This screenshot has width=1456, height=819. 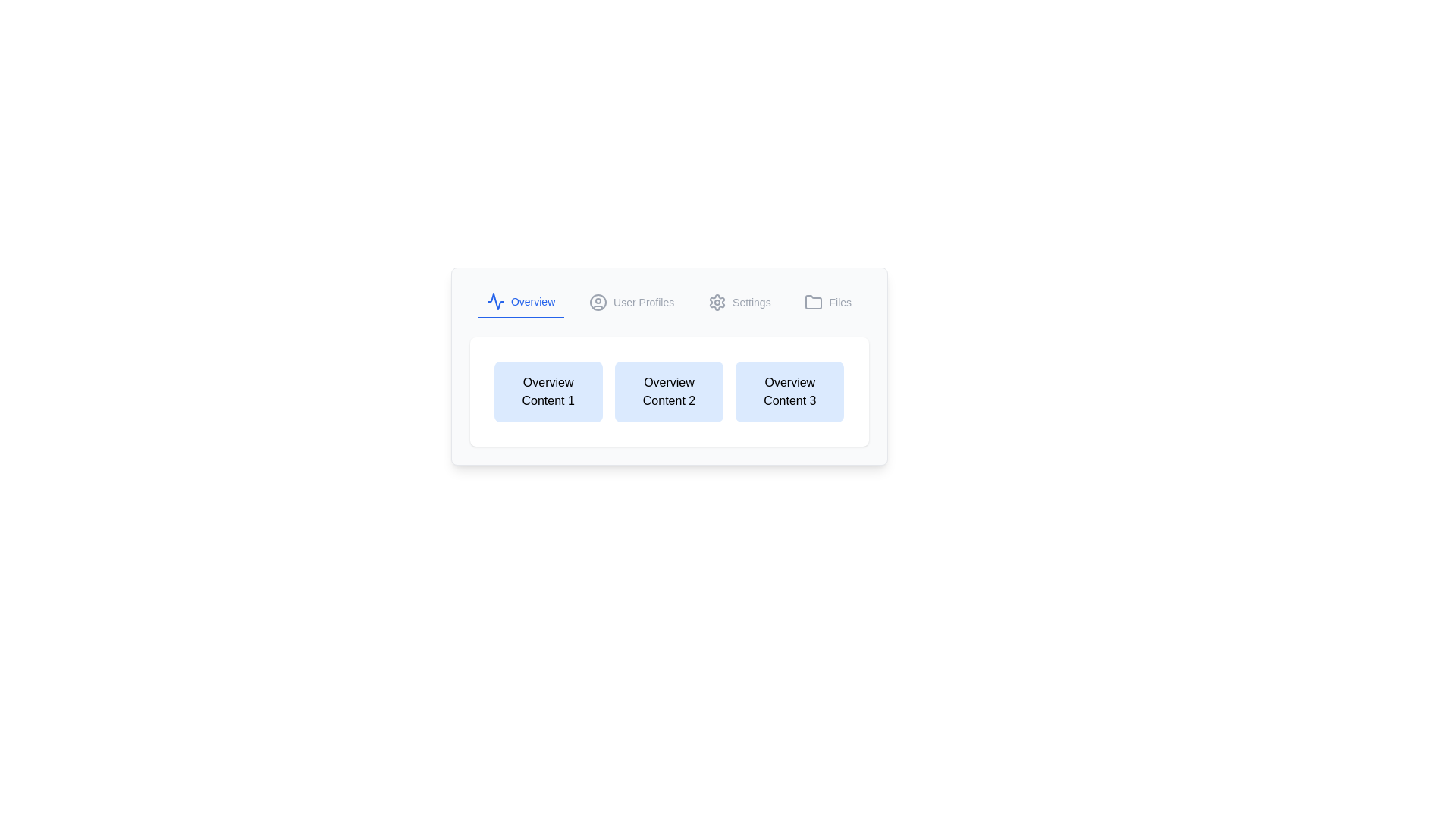 What do you see at coordinates (668, 366) in the screenshot?
I see `the second content card in a row of three items, which serves as a clickable content card for navigation or displaying grouped content` at bounding box center [668, 366].